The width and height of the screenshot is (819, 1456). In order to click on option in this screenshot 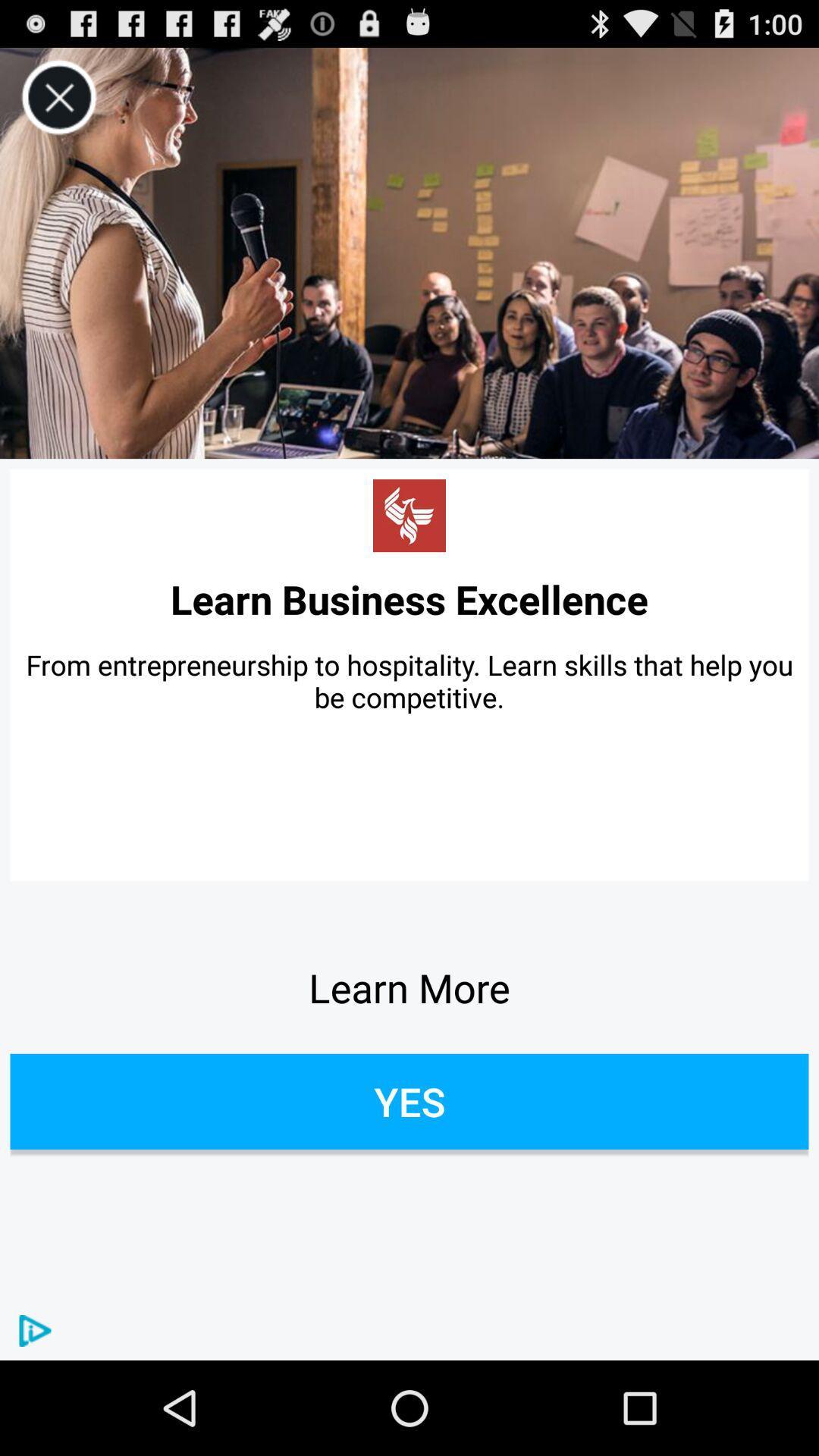, I will do `click(58, 97)`.